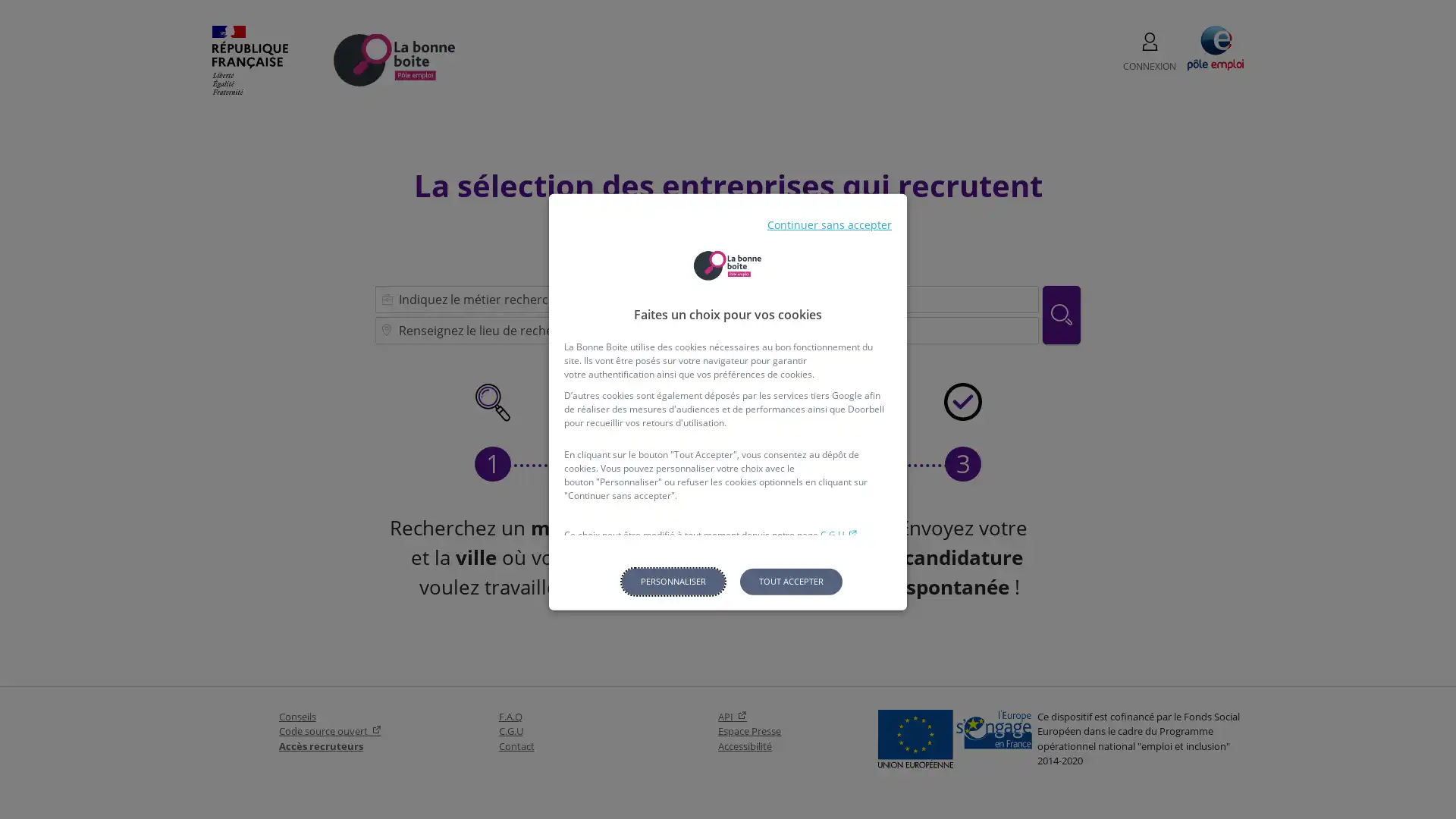 This screenshot has height=819, width=1456. What do you see at coordinates (672, 580) in the screenshot?
I see `Personnaliser les parametres de confidentialite` at bounding box center [672, 580].